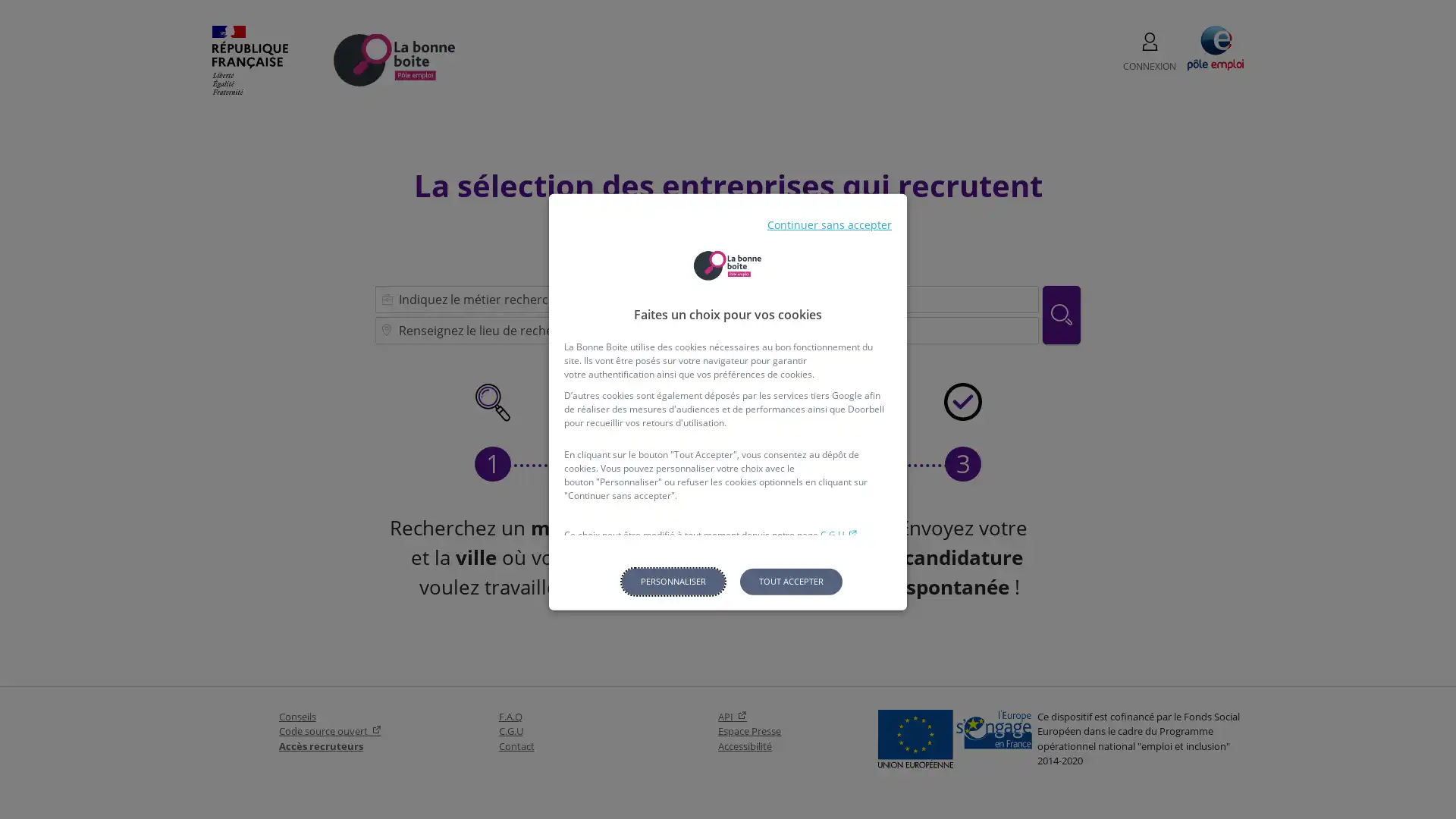 This screenshot has height=819, width=1456. What do you see at coordinates (672, 580) in the screenshot?
I see `Personnaliser les parametres de confidentialite` at bounding box center [672, 580].